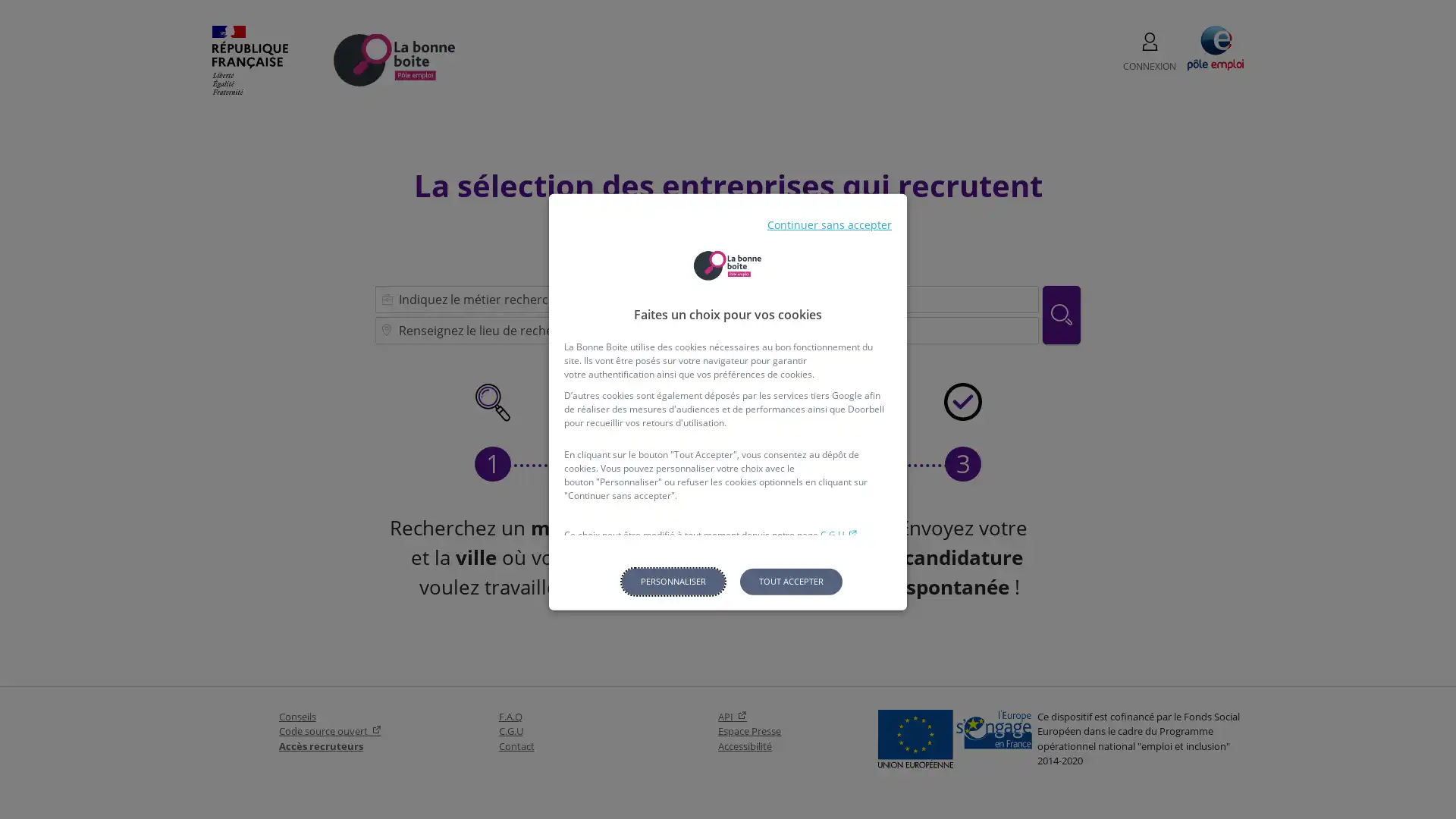 This screenshot has height=819, width=1456. What do you see at coordinates (672, 580) in the screenshot?
I see `Personnaliser les parametres de confidentialite` at bounding box center [672, 580].